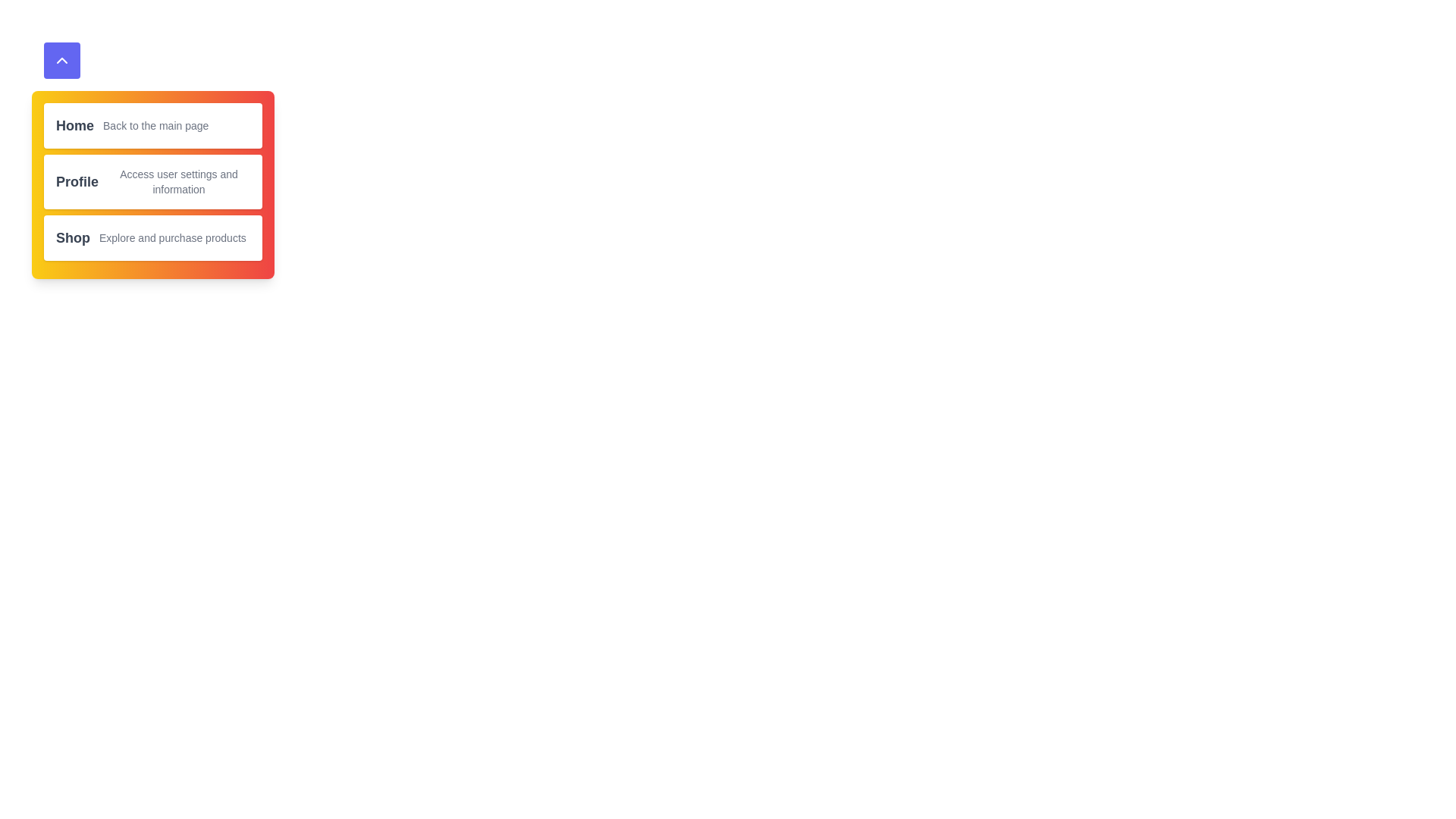 The height and width of the screenshot is (819, 1456). I want to click on the menu item labeled Home, so click(152, 124).